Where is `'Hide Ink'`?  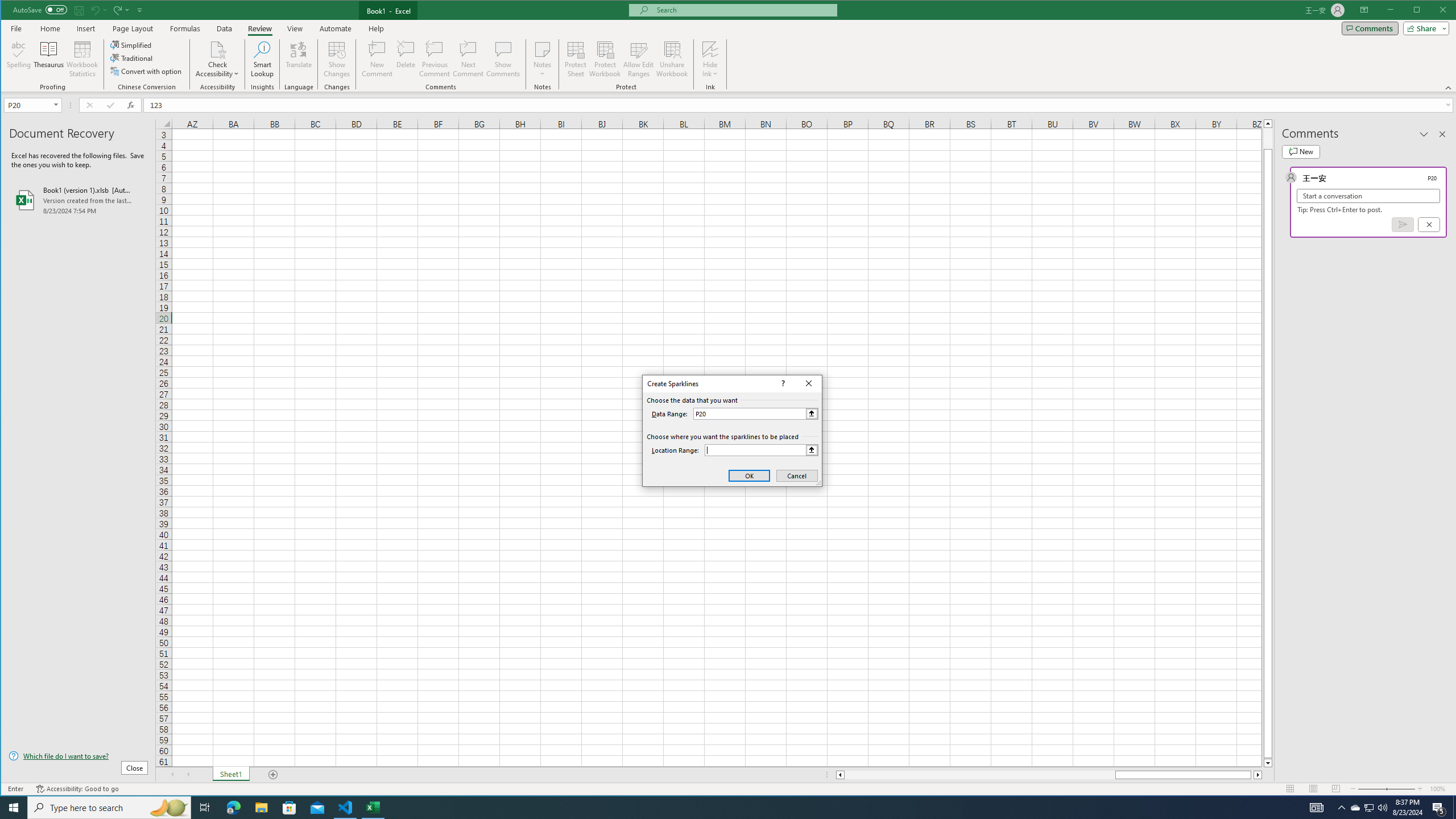 'Hide Ink' is located at coordinates (710, 59).